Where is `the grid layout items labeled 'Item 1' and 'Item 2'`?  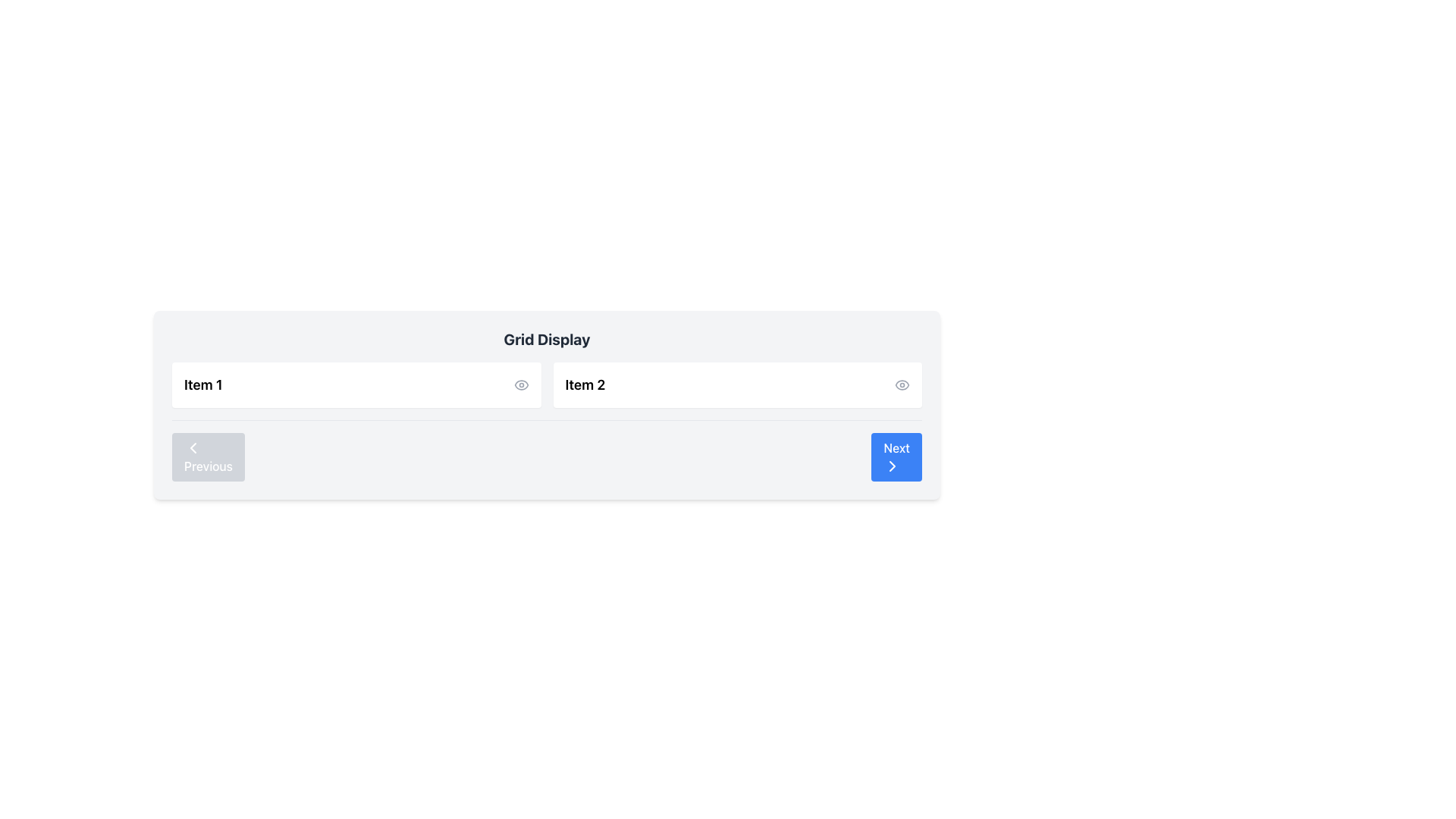 the grid layout items labeled 'Item 1' and 'Item 2' is located at coordinates (546, 384).